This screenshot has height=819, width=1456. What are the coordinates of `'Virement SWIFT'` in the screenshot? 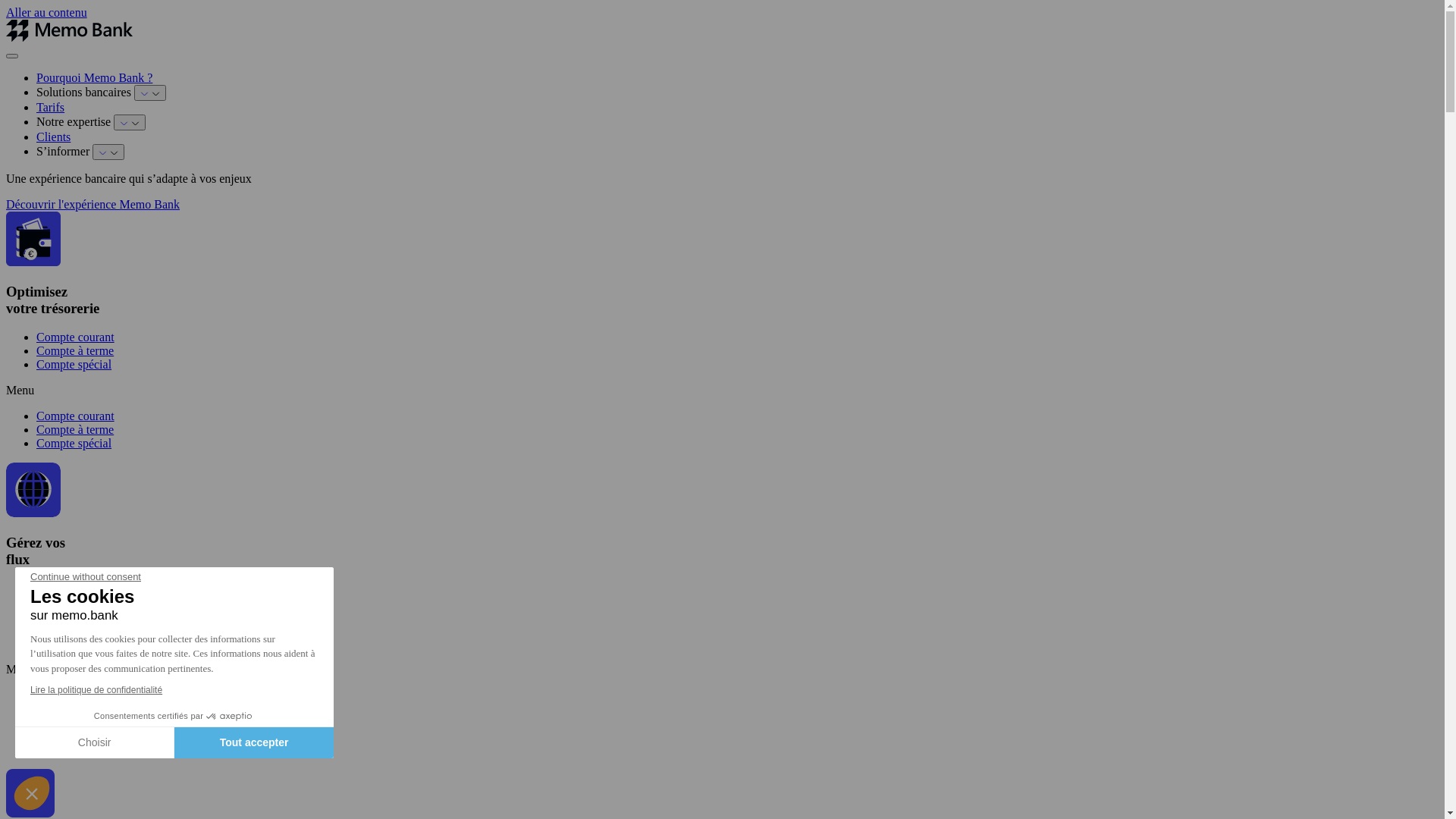 It's located at (77, 643).